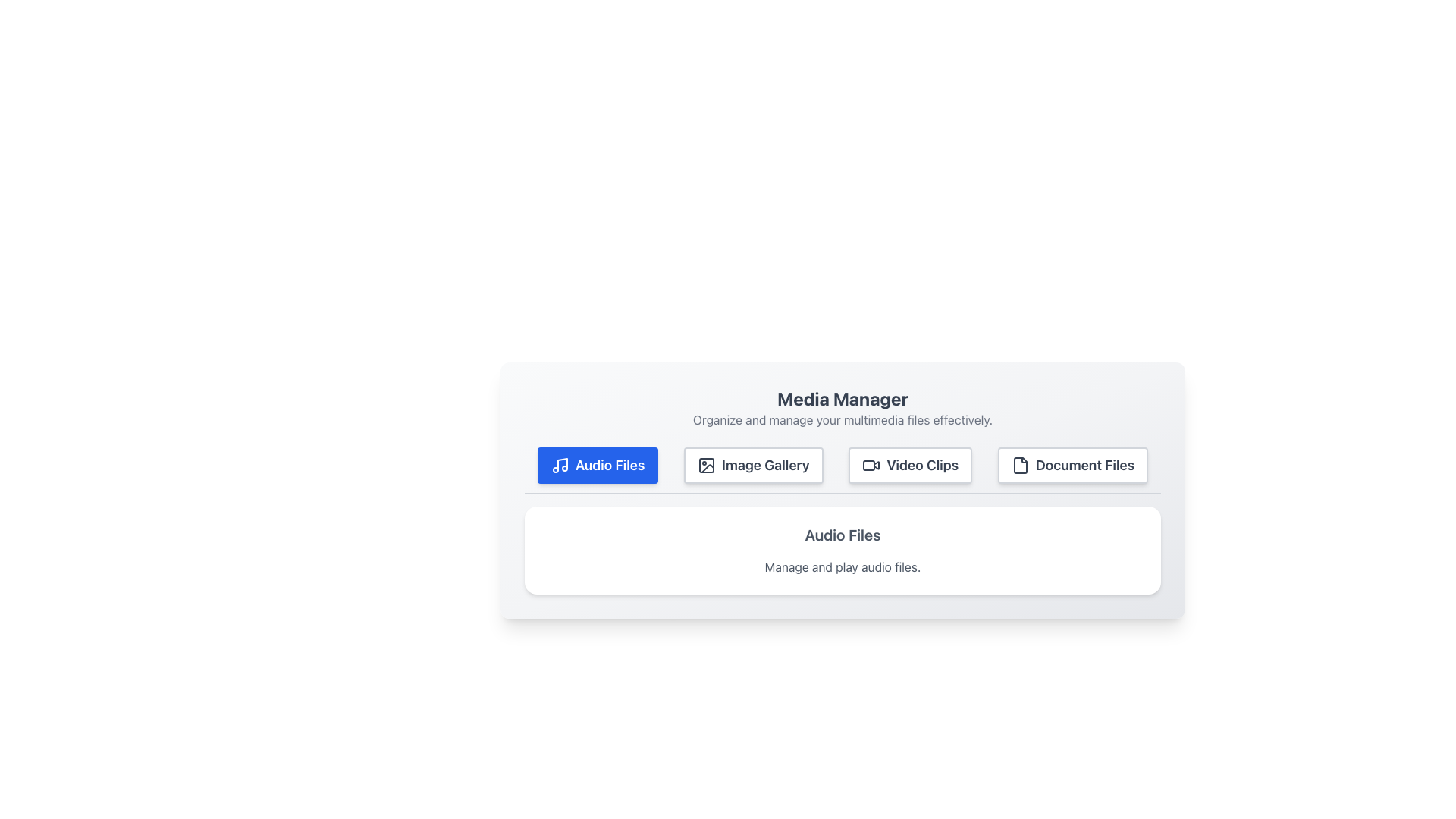 Image resolution: width=1456 pixels, height=819 pixels. I want to click on the 'Audio Files' button, which is a rectangular button with a blue background and white text, located at the far left of the media management options, so click(597, 464).